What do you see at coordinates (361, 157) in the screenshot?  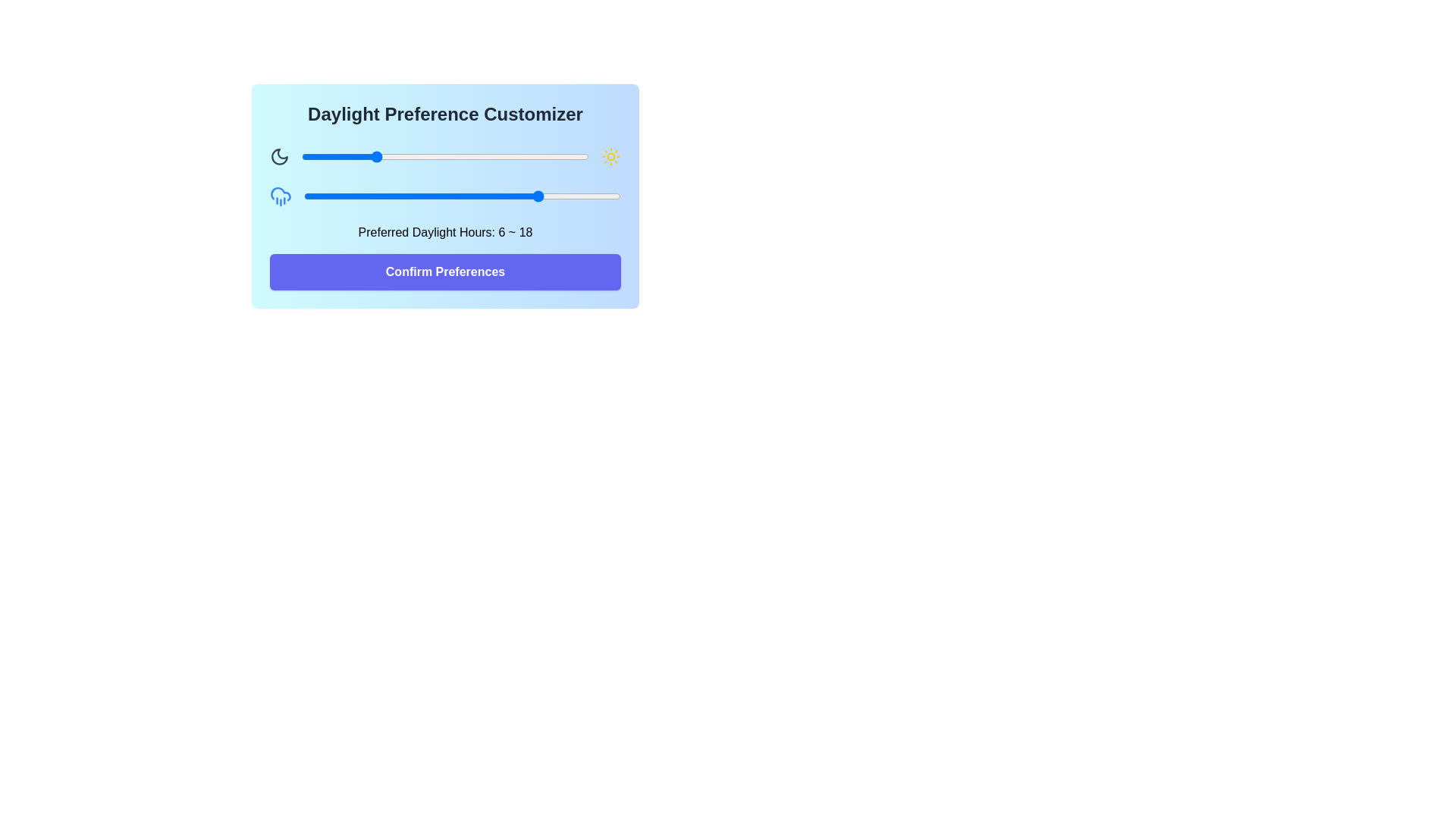 I see `the daylight hours` at bounding box center [361, 157].